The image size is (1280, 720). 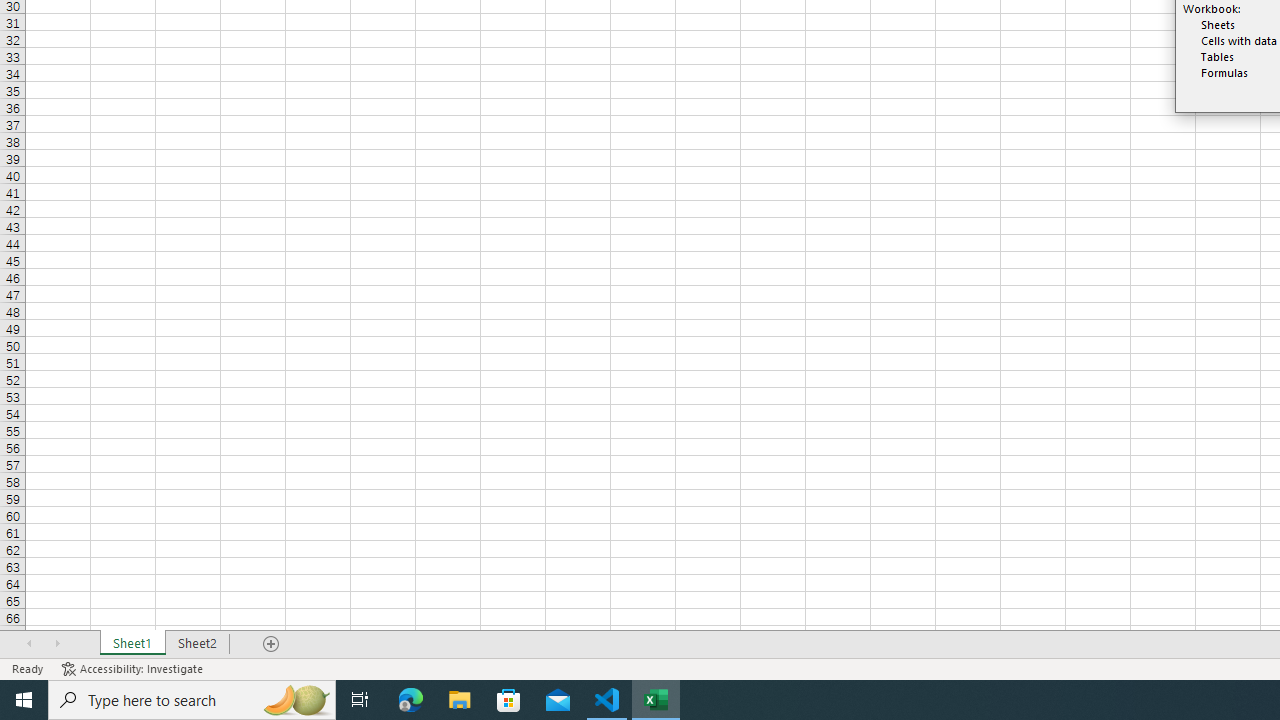 I want to click on 'Microsoft Store', so click(x=509, y=698).